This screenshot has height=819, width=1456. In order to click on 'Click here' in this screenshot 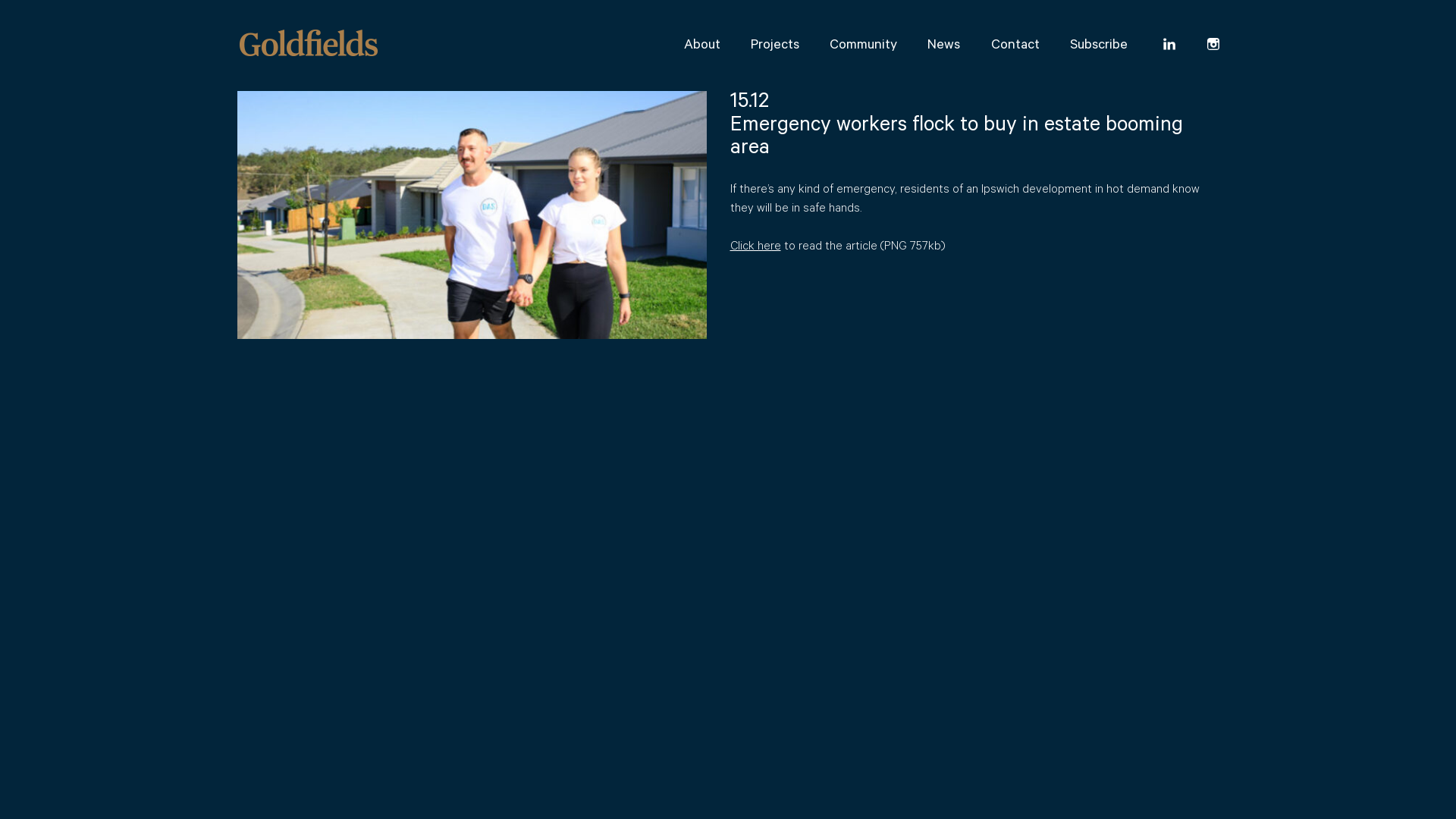, I will do `click(755, 246)`.